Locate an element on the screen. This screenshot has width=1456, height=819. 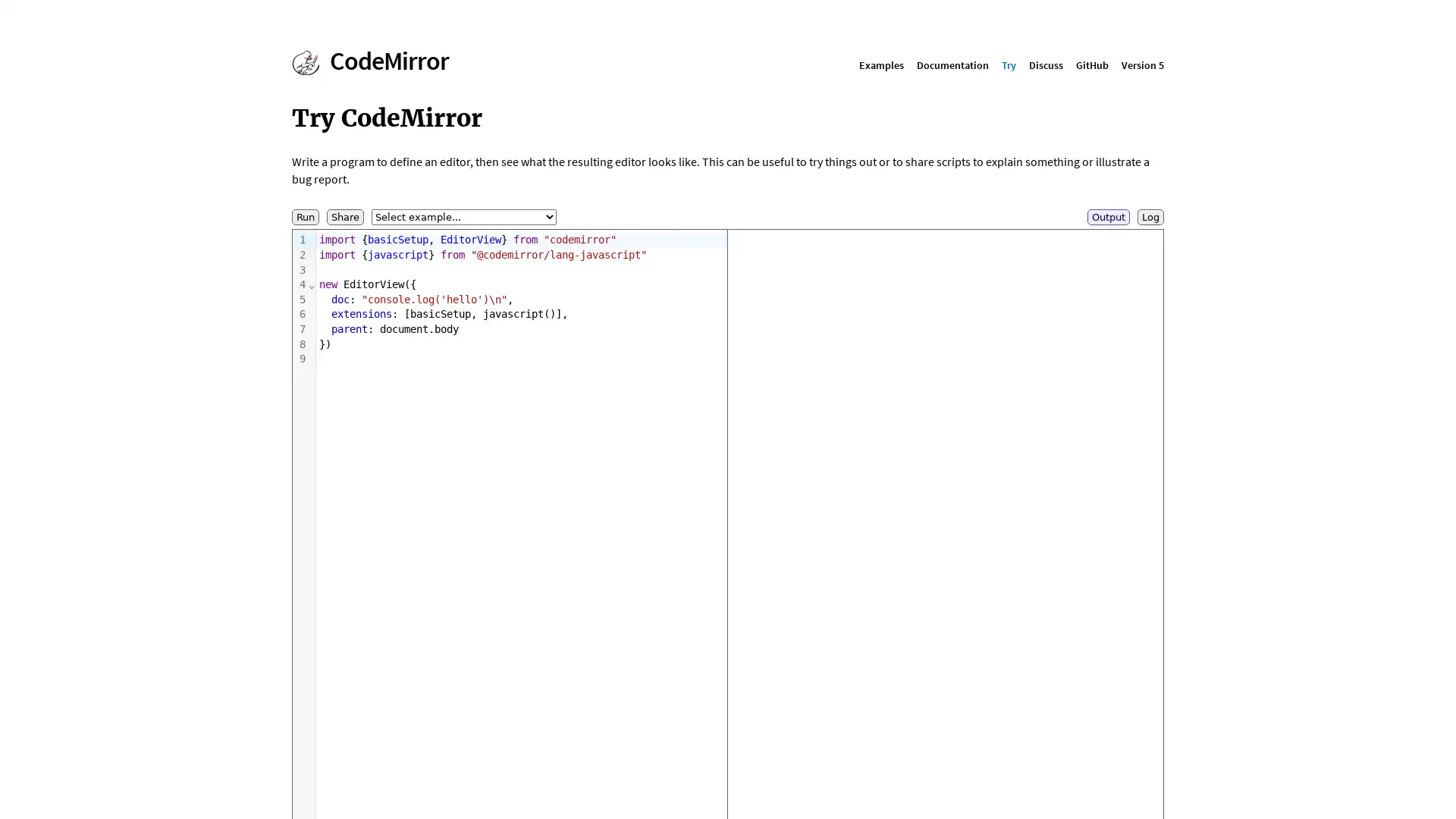
Run is located at coordinates (305, 217).